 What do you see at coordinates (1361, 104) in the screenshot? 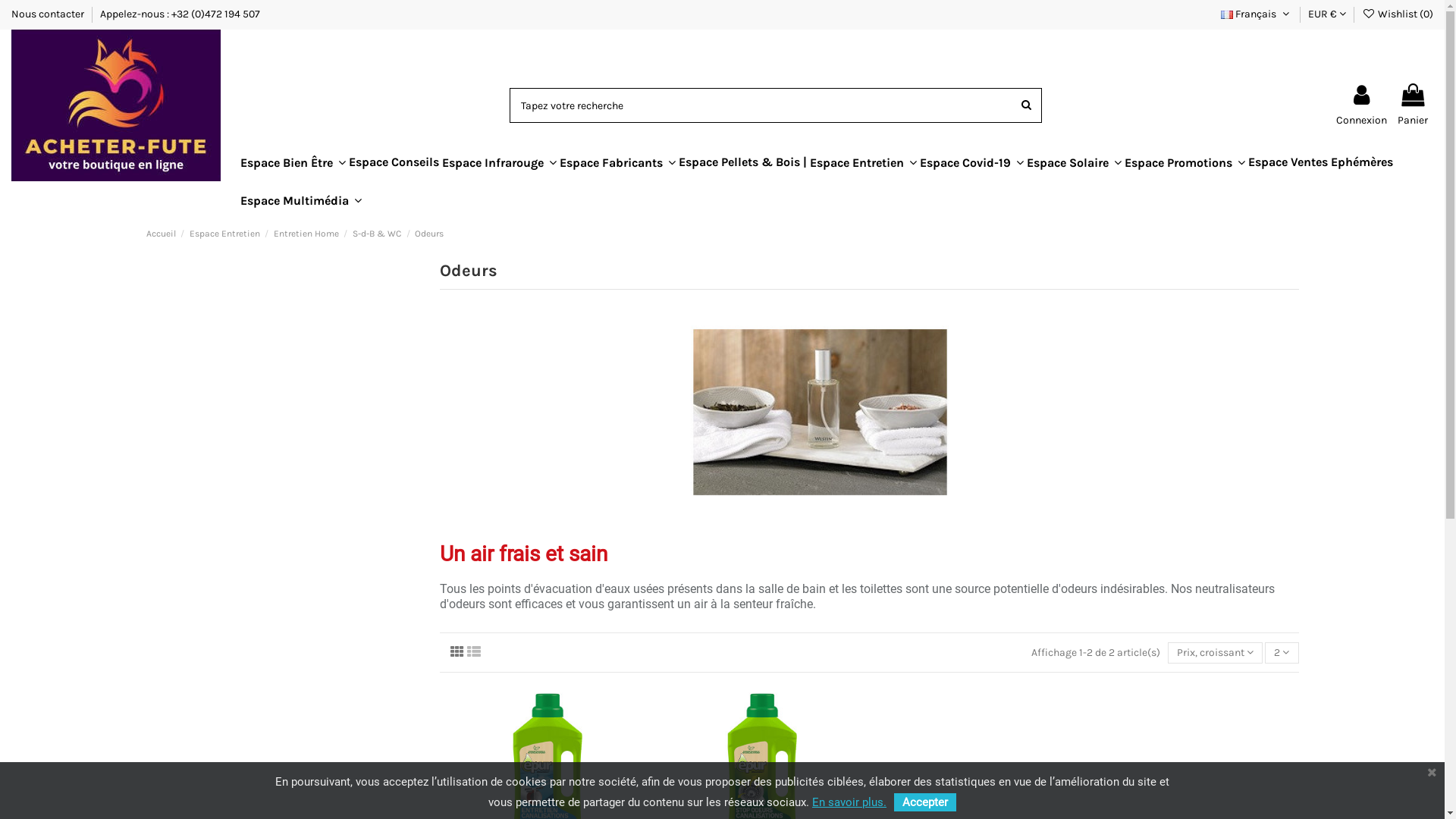
I see `'Connexion'` at bounding box center [1361, 104].